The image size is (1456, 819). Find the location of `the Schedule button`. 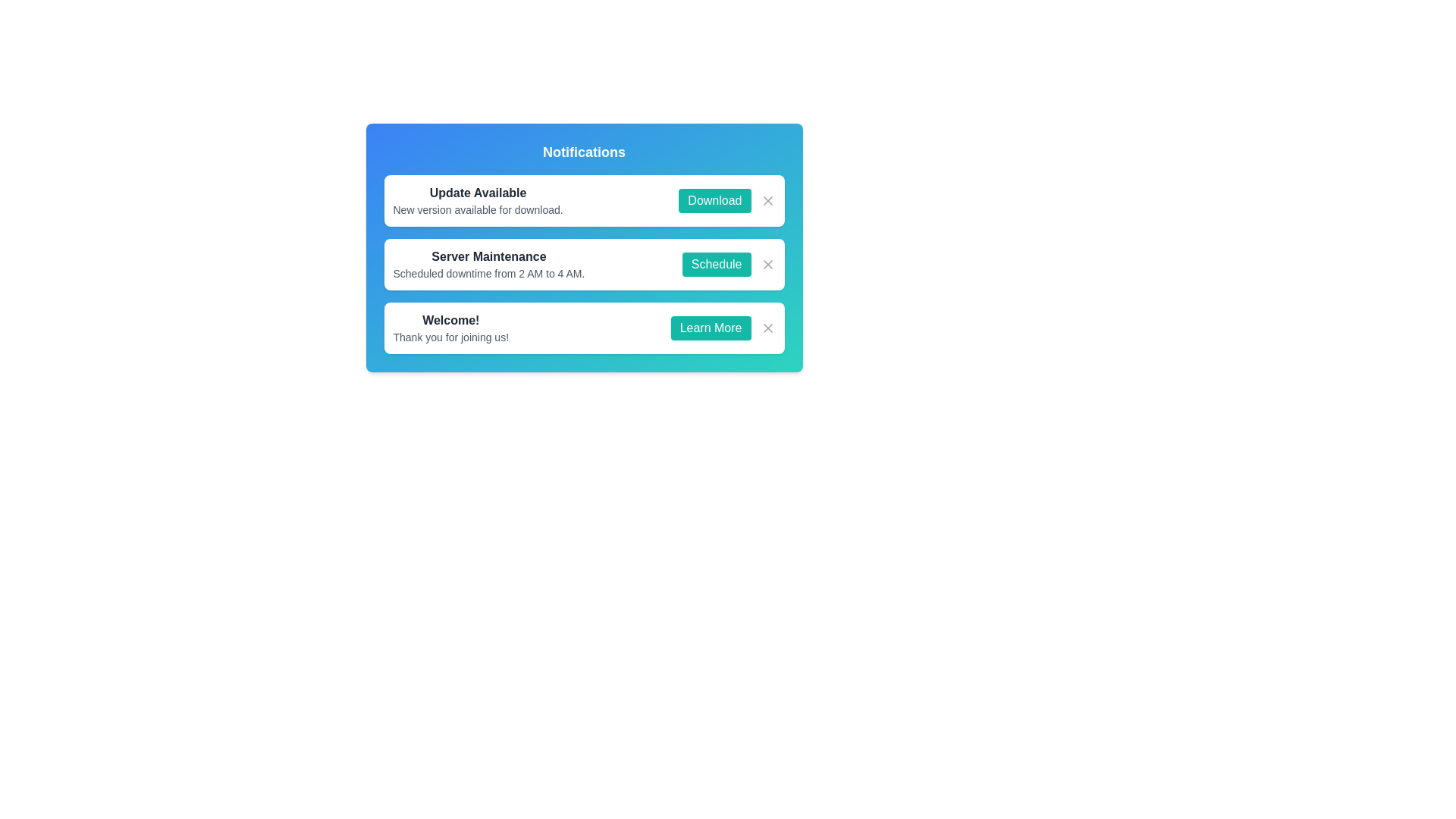

the Schedule button is located at coordinates (716, 263).